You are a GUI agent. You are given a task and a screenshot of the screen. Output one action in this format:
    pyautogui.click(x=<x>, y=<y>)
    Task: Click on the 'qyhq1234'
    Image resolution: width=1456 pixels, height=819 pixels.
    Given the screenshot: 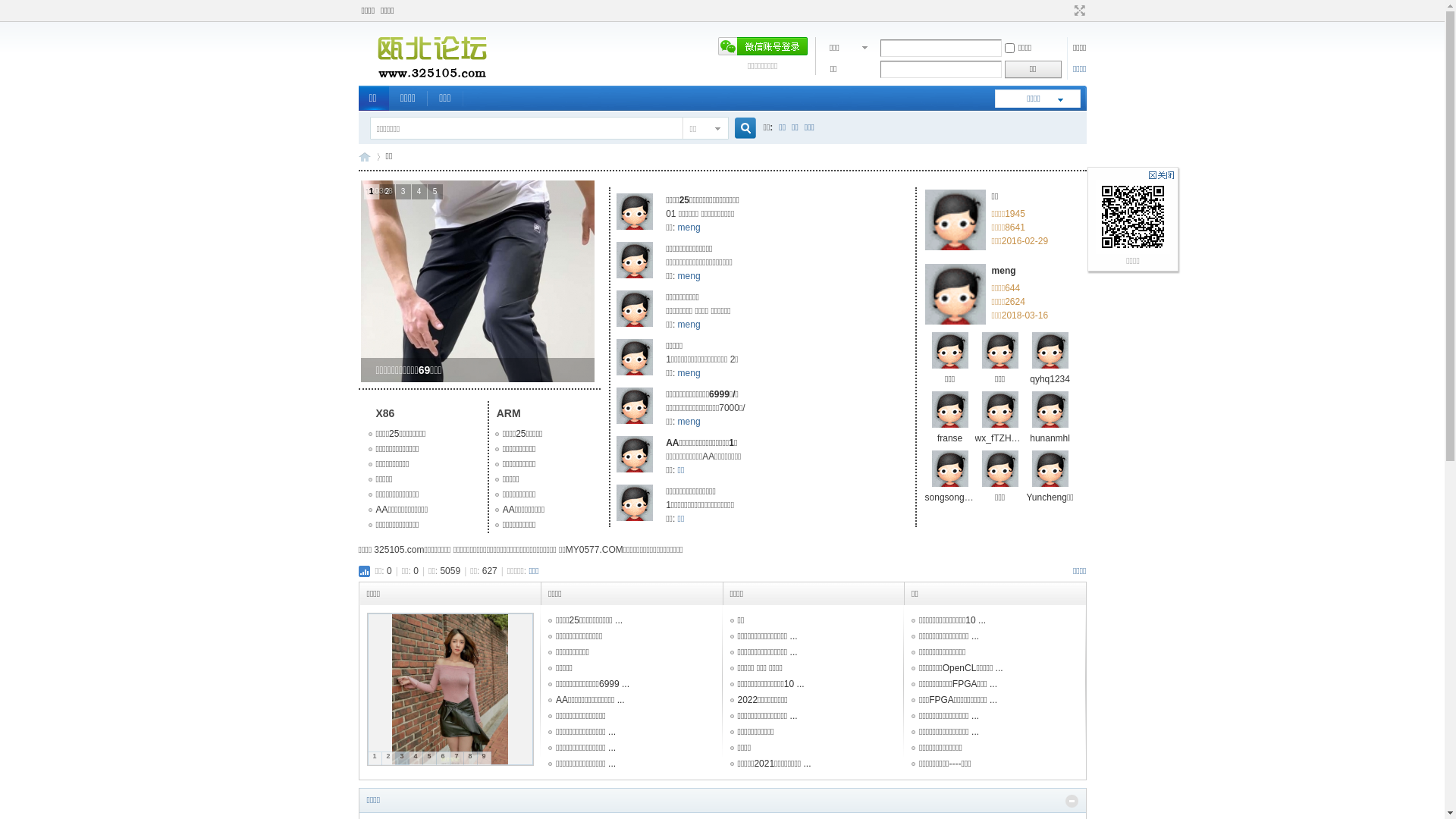 What is the action you would take?
    pyautogui.click(x=1049, y=378)
    